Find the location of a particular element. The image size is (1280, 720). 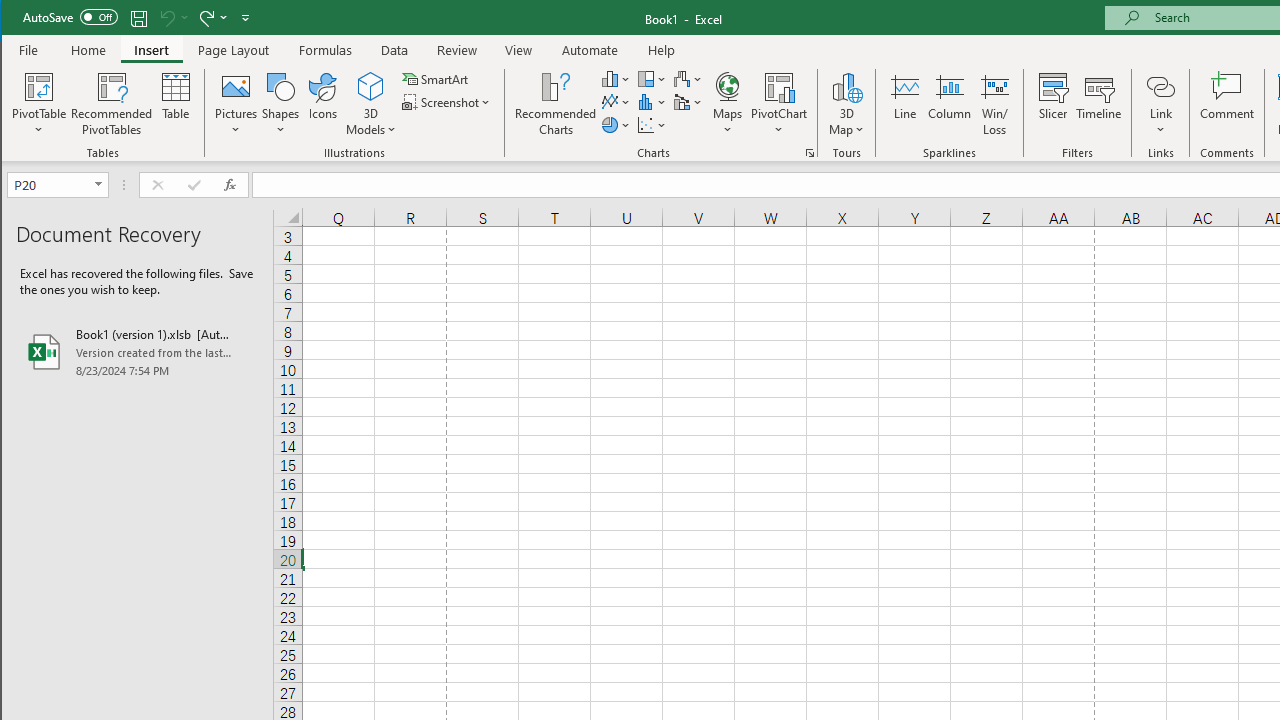

'3D Models' is located at coordinates (371, 85).